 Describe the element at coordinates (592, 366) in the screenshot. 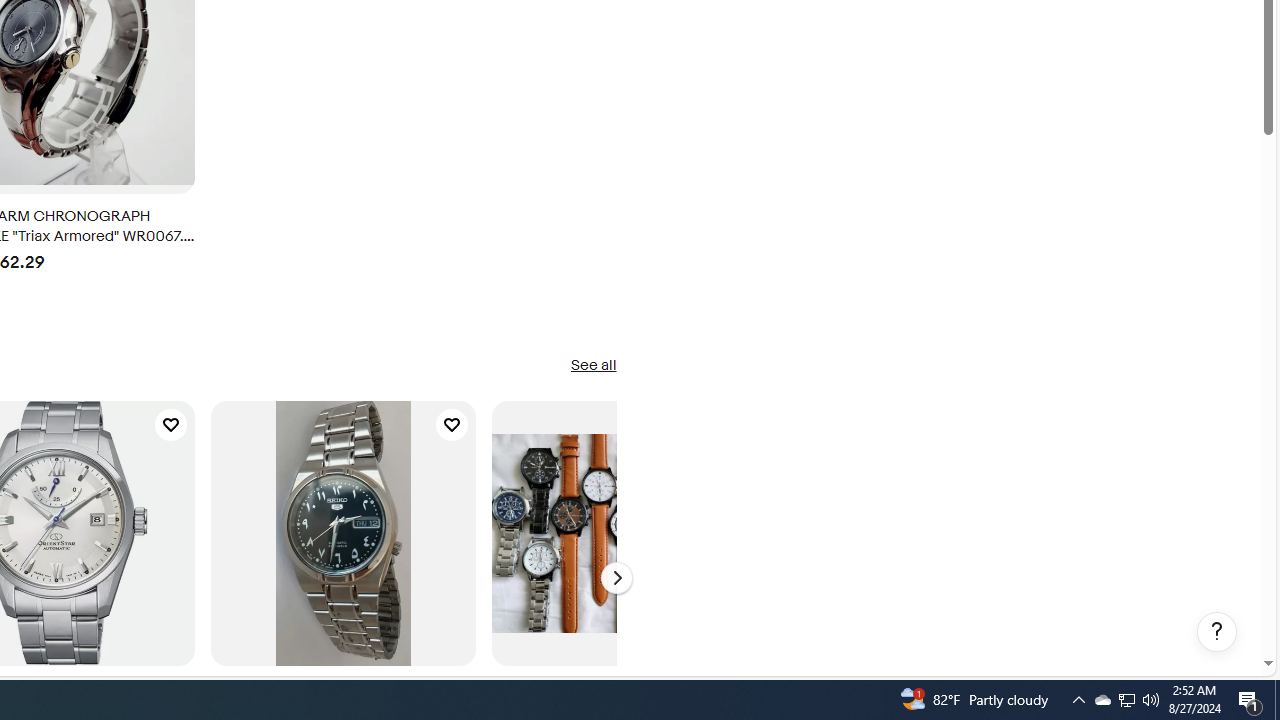

I see `'See all'` at that location.